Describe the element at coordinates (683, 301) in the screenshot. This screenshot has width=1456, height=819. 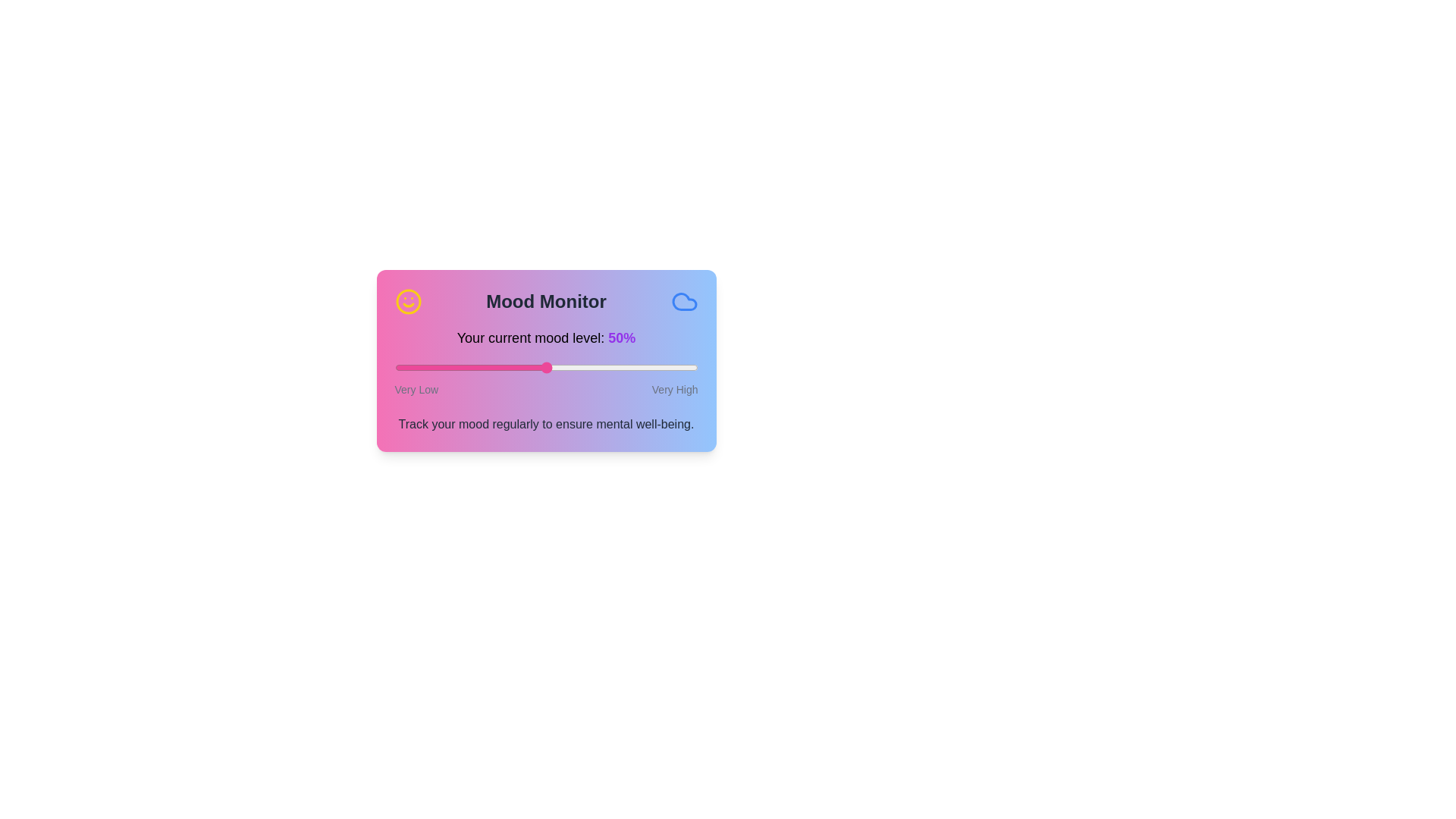
I see `the icon labeled cloud_icon to inspect its tooltip or hover effect` at that location.